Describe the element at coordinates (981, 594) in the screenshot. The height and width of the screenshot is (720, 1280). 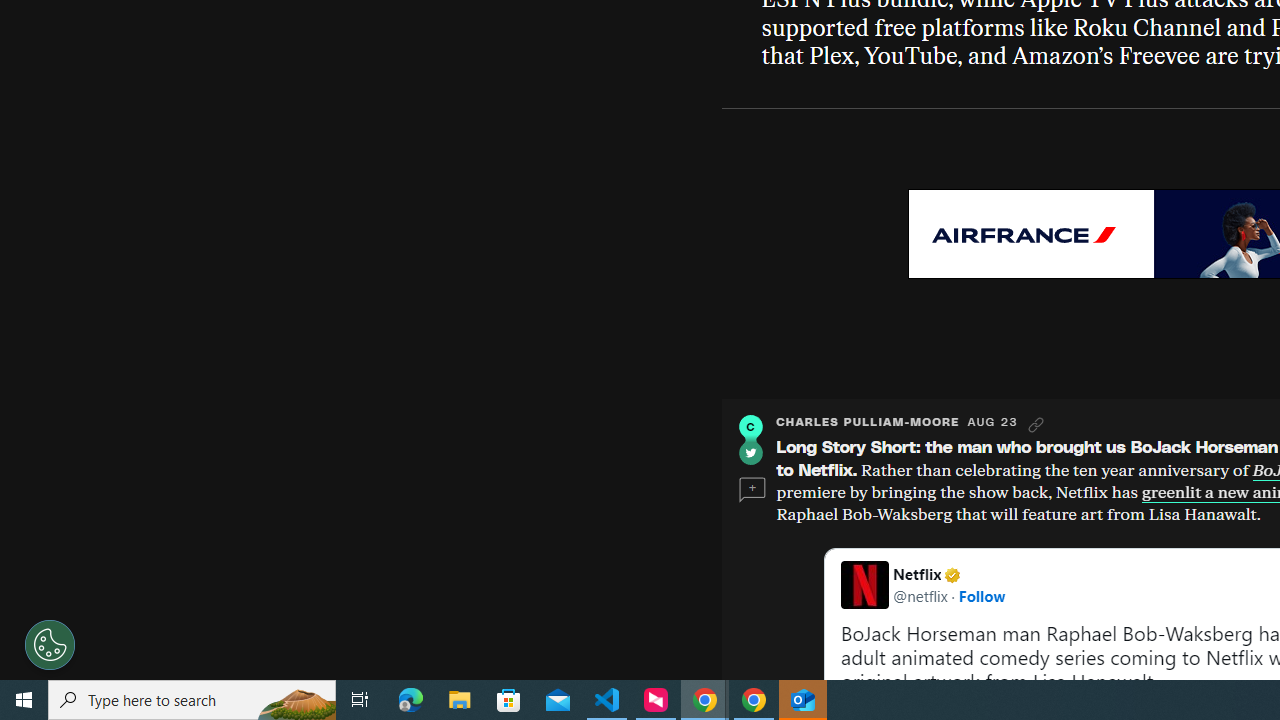
I see `'Follow'` at that location.